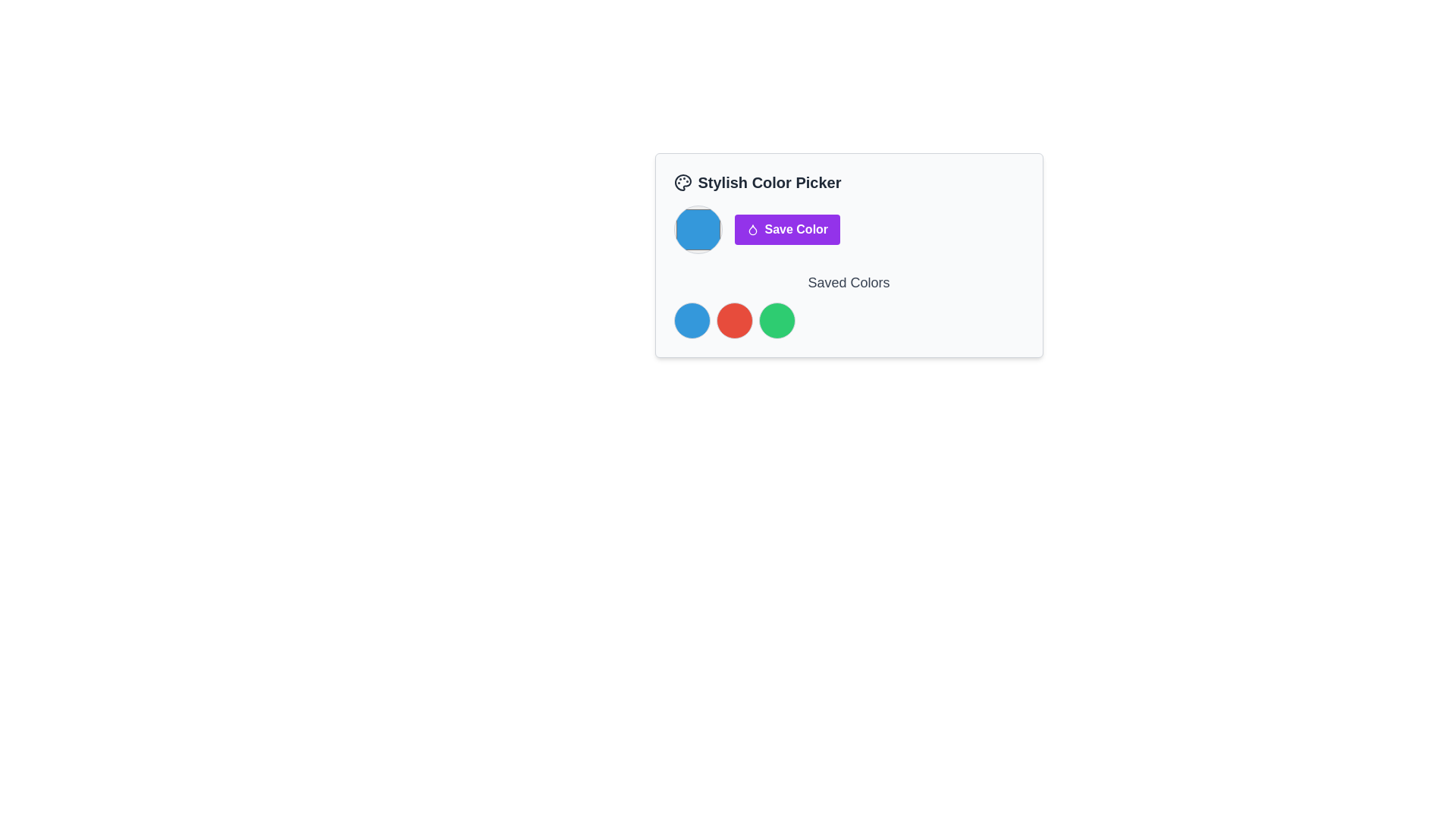 Image resolution: width=1456 pixels, height=819 pixels. What do you see at coordinates (752, 230) in the screenshot?
I see `the small purple droplet-shaped icon located on the left side of the 'Save Color' button text, inside a purple rectangular button near the top-right corner of the displayed interface` at bounding box center [752, 230].